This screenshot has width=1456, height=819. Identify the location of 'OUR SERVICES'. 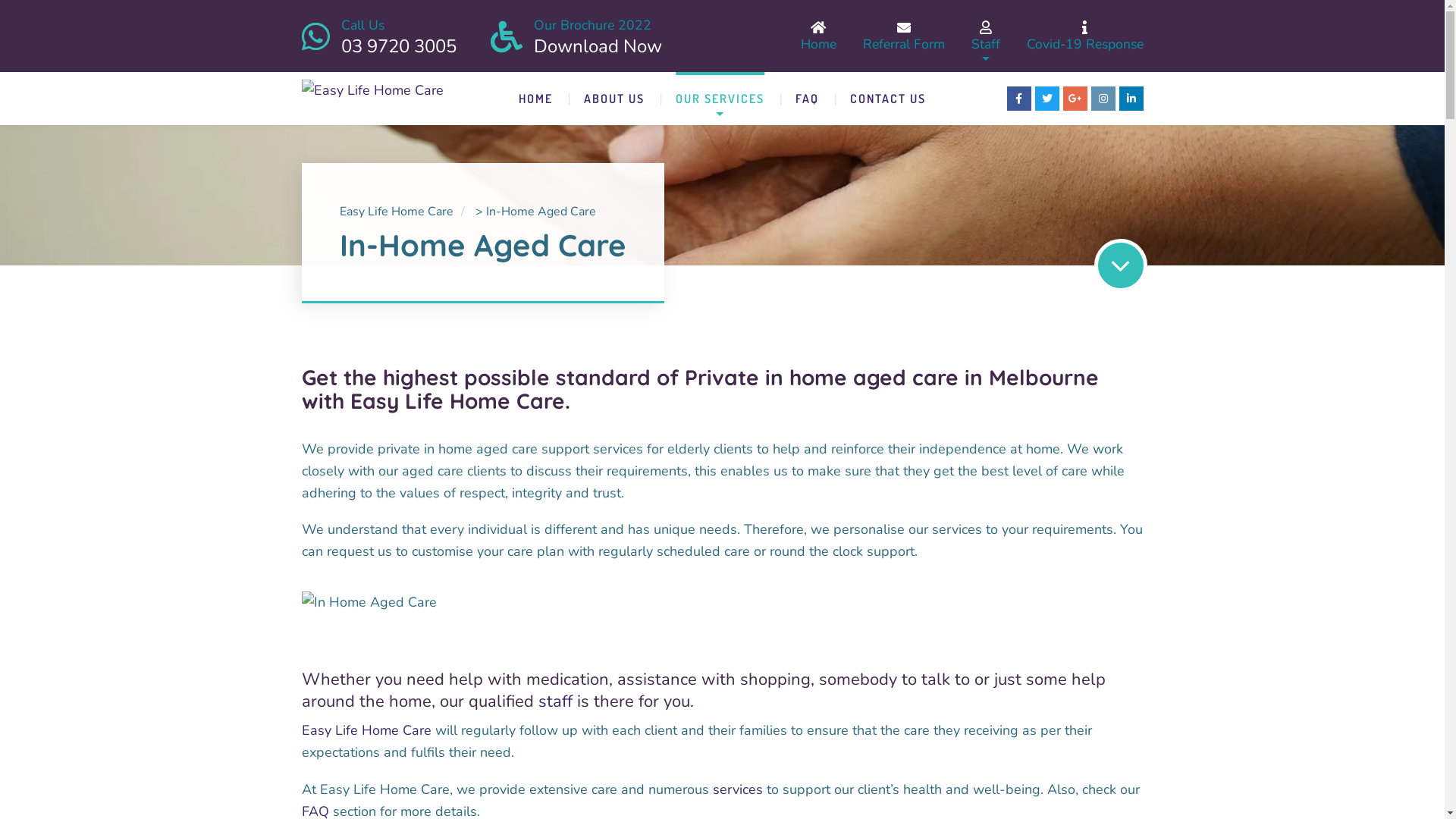
(719, 99).